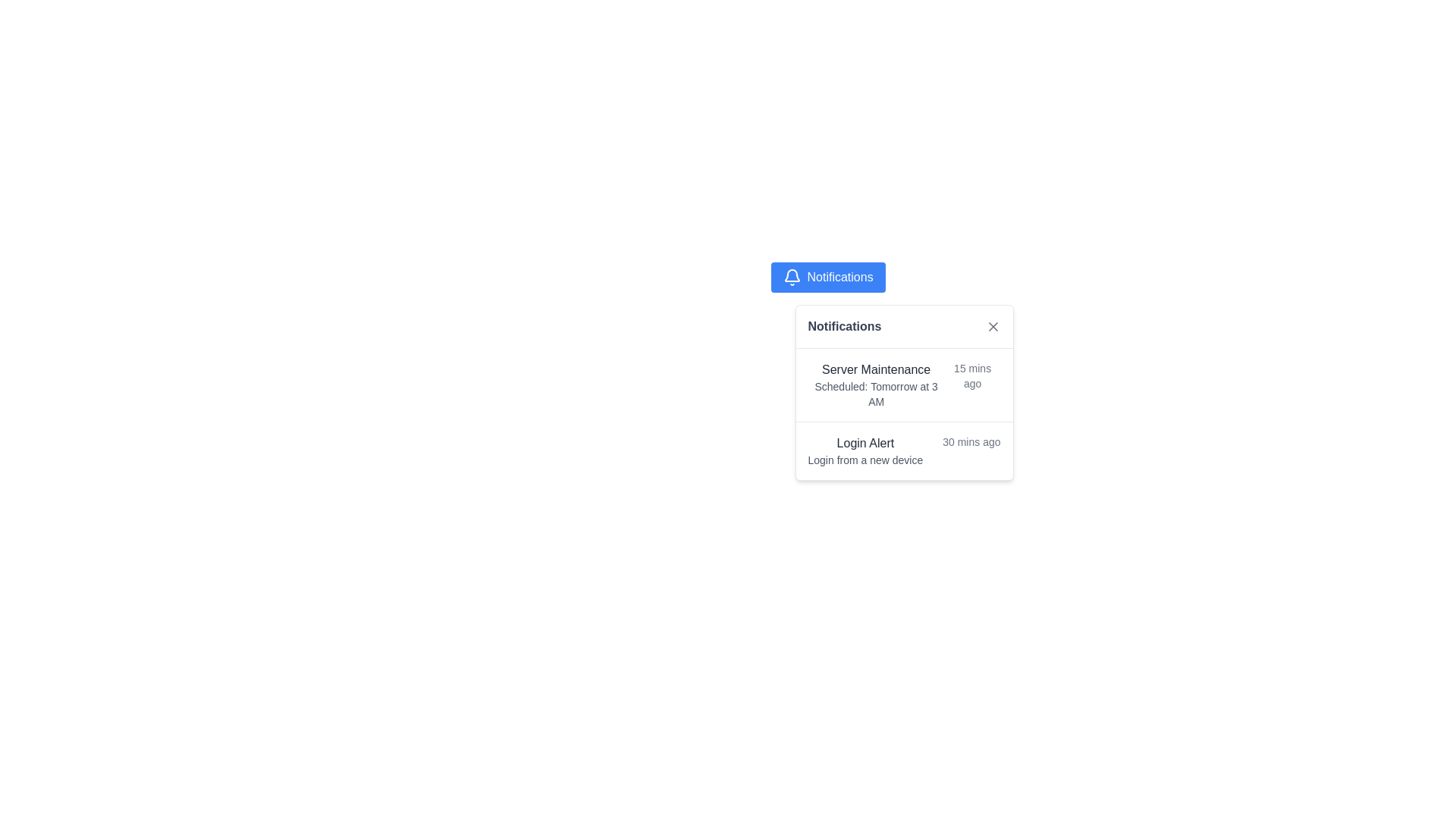 This screenshot has width=1456, height=819. Describe the element at coordinates (971, 441) in the screenshot. I see `the text label displaying '30 mins ago', which is aligned to the right side of the 'Login Alert' notification box, indicating a timestamp` at that location.